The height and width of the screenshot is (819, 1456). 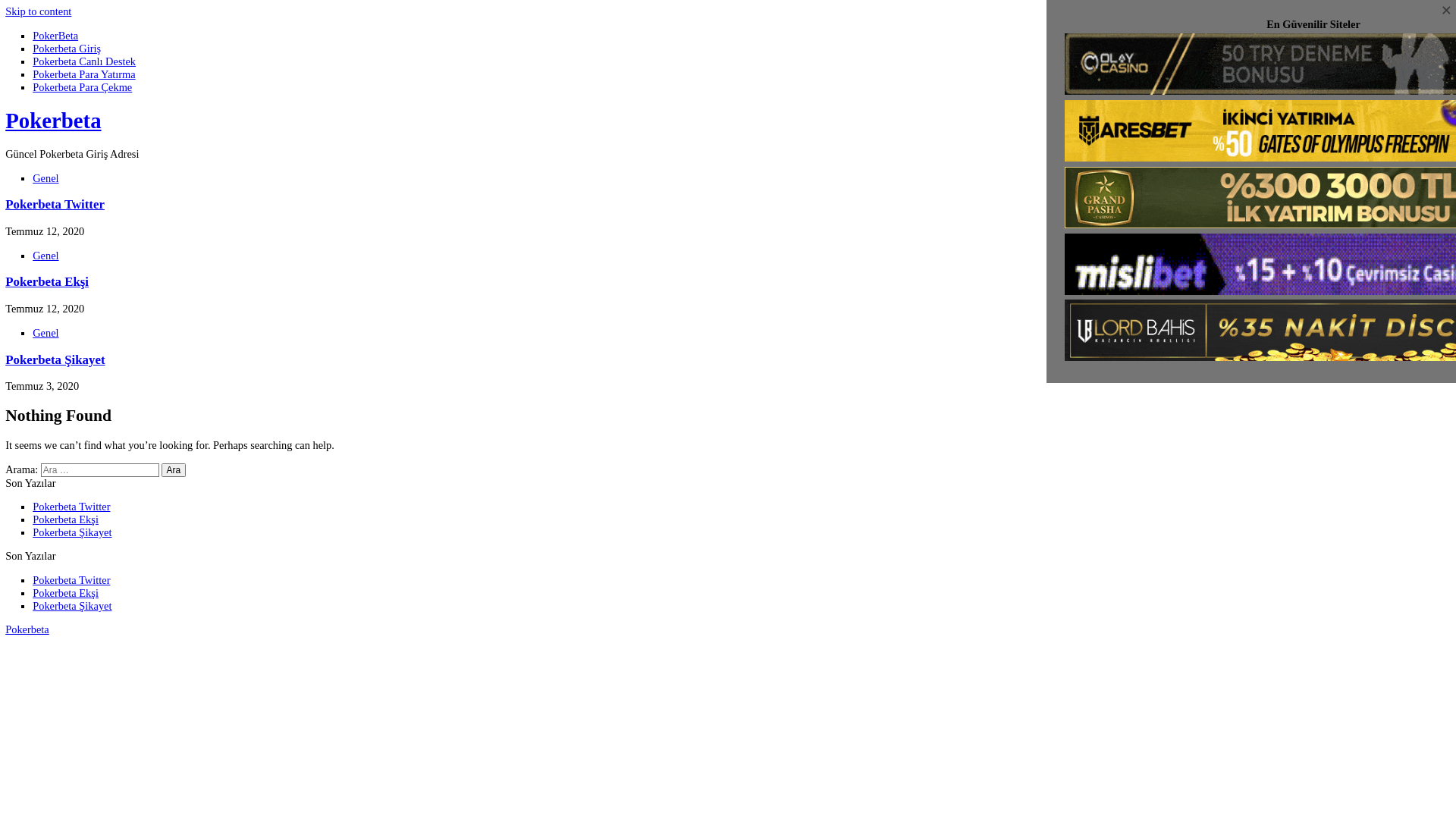 What do you see at coordinates (36, 562) in the screenshot?
I see `'Pokerbeta Twitter'` at bounding box center [36, 562].